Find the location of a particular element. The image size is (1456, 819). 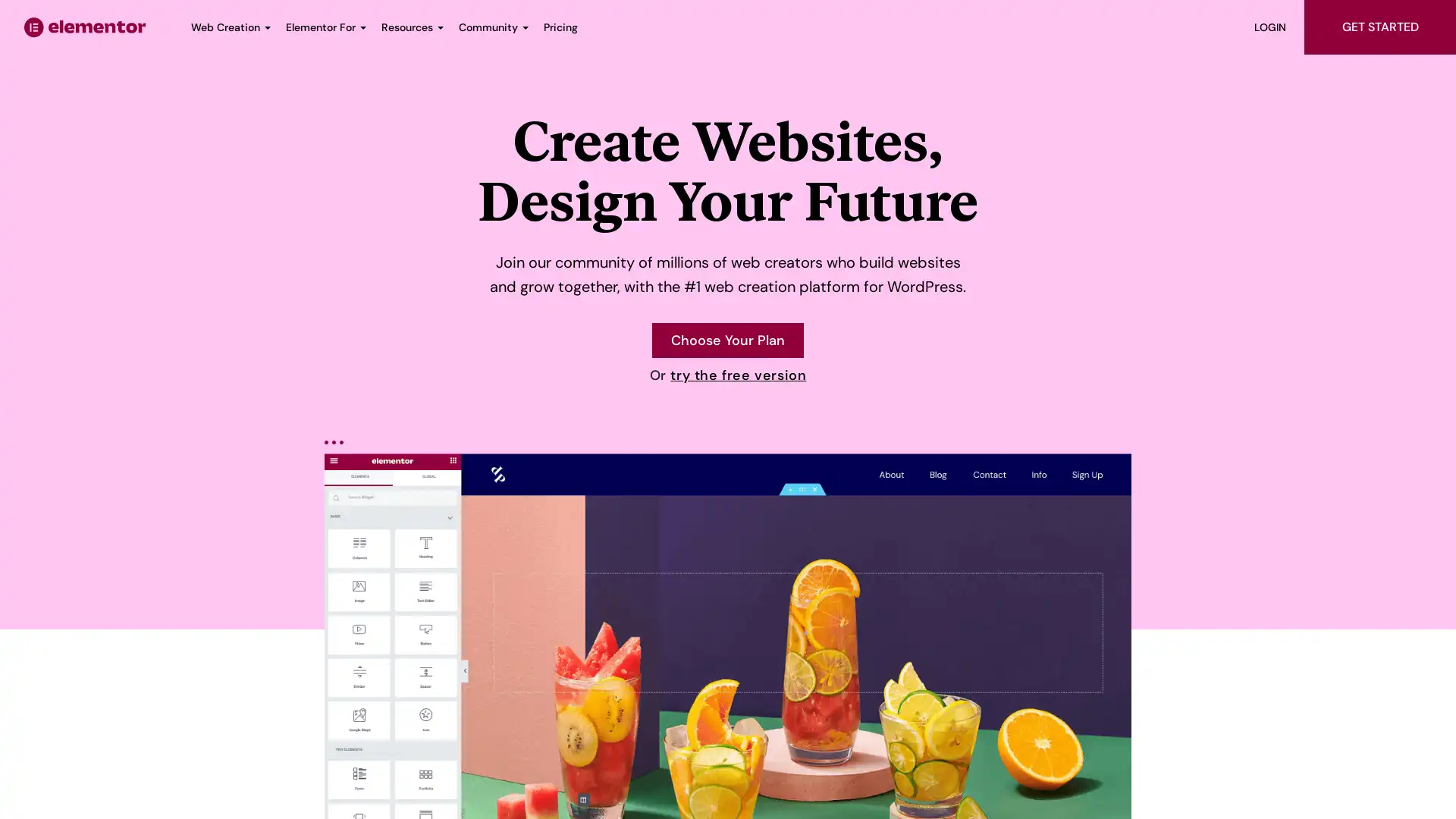

Choose your Elementor plan is located at coordinates (728, 339).